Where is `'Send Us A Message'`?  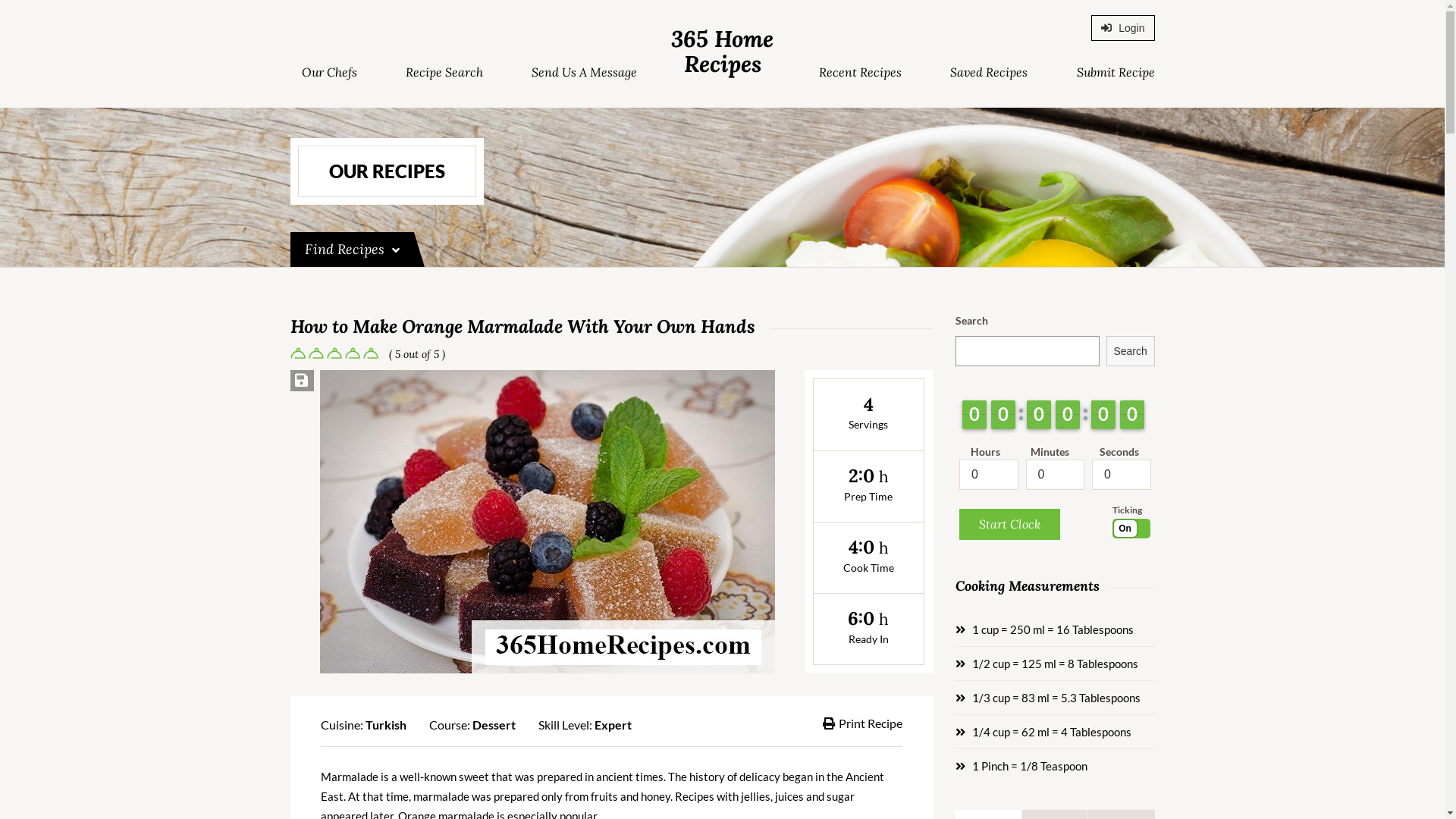
'Send Us A Message' is located at coordinates (583, 73).